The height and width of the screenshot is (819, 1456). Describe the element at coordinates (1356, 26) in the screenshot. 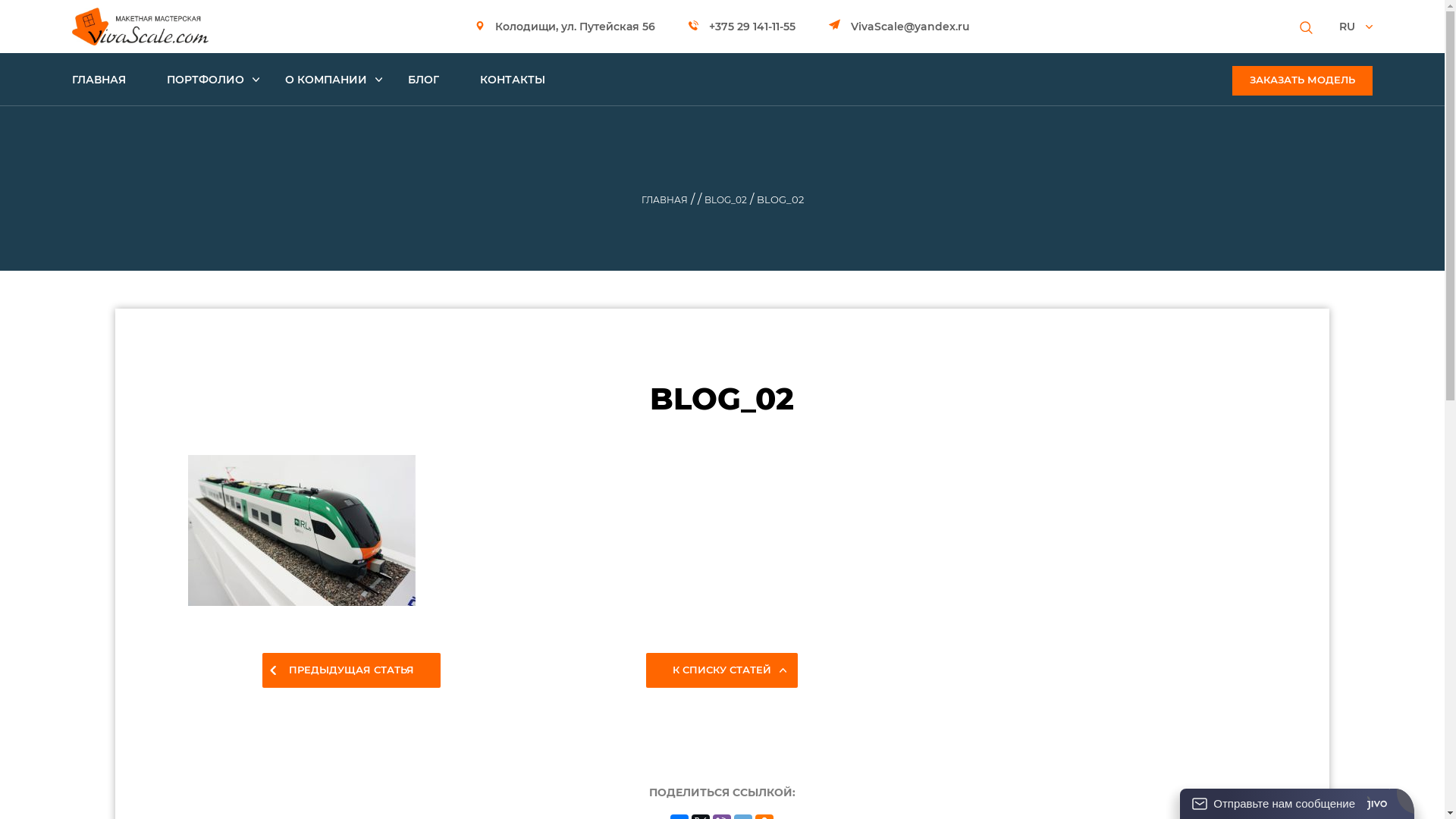

I see `'RU'` at that location.